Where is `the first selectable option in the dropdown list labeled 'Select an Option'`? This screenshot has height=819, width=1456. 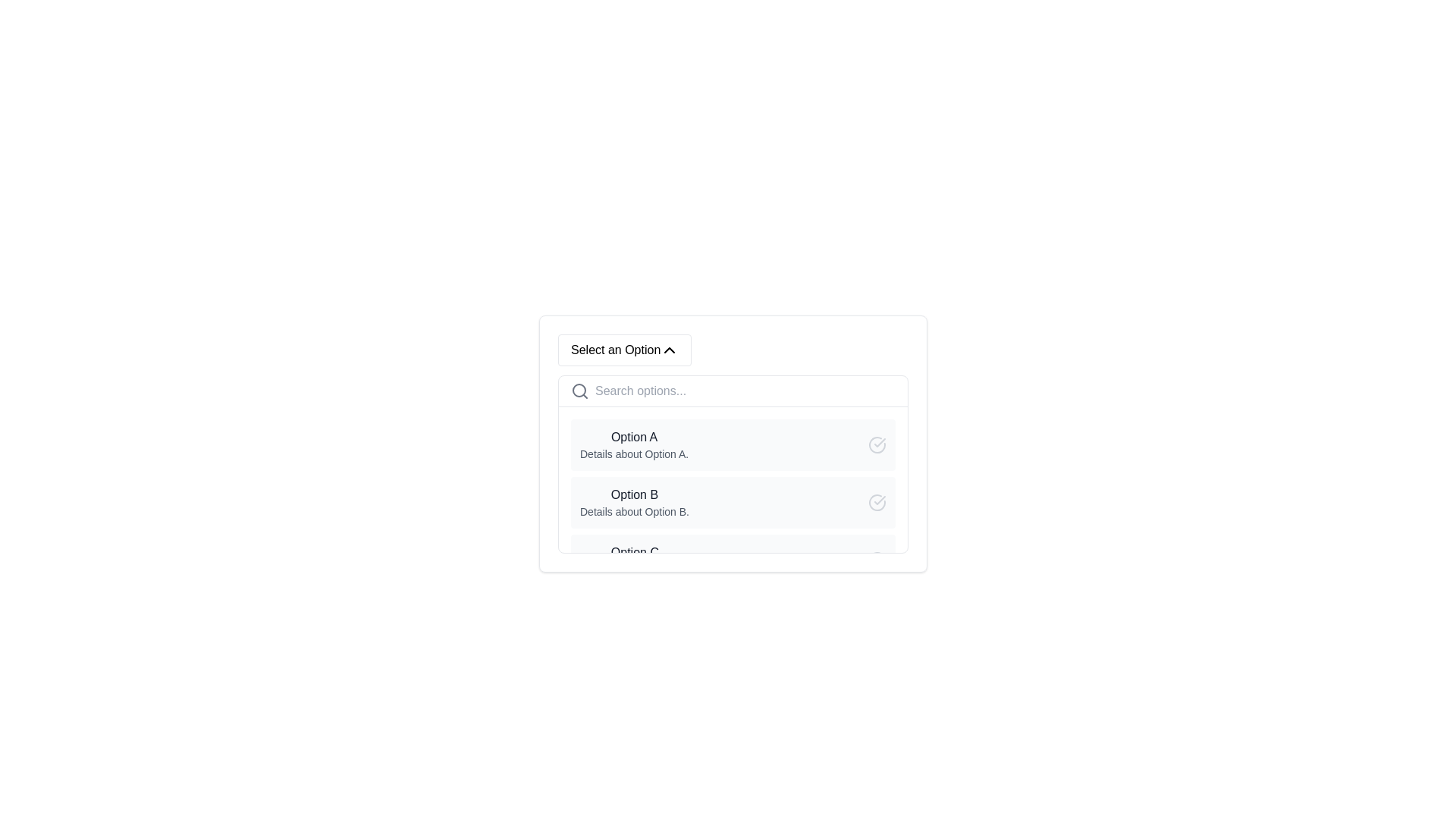
the first selectable option in the dropdown list labeled 'Select an Option' is located at coordinates (634, 444).